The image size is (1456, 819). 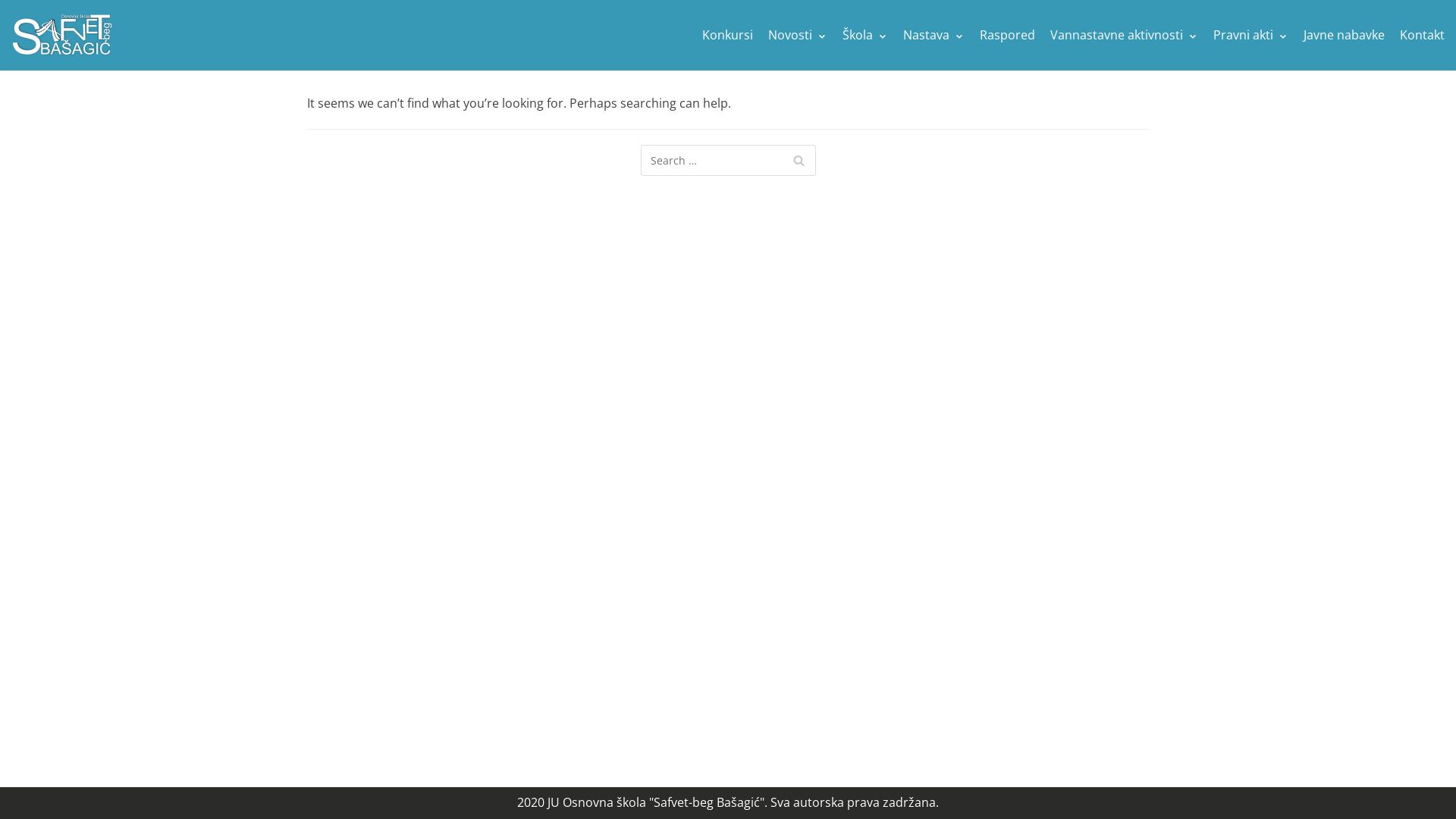 I want to click on 'Novosti', so click(x=796, y=34).